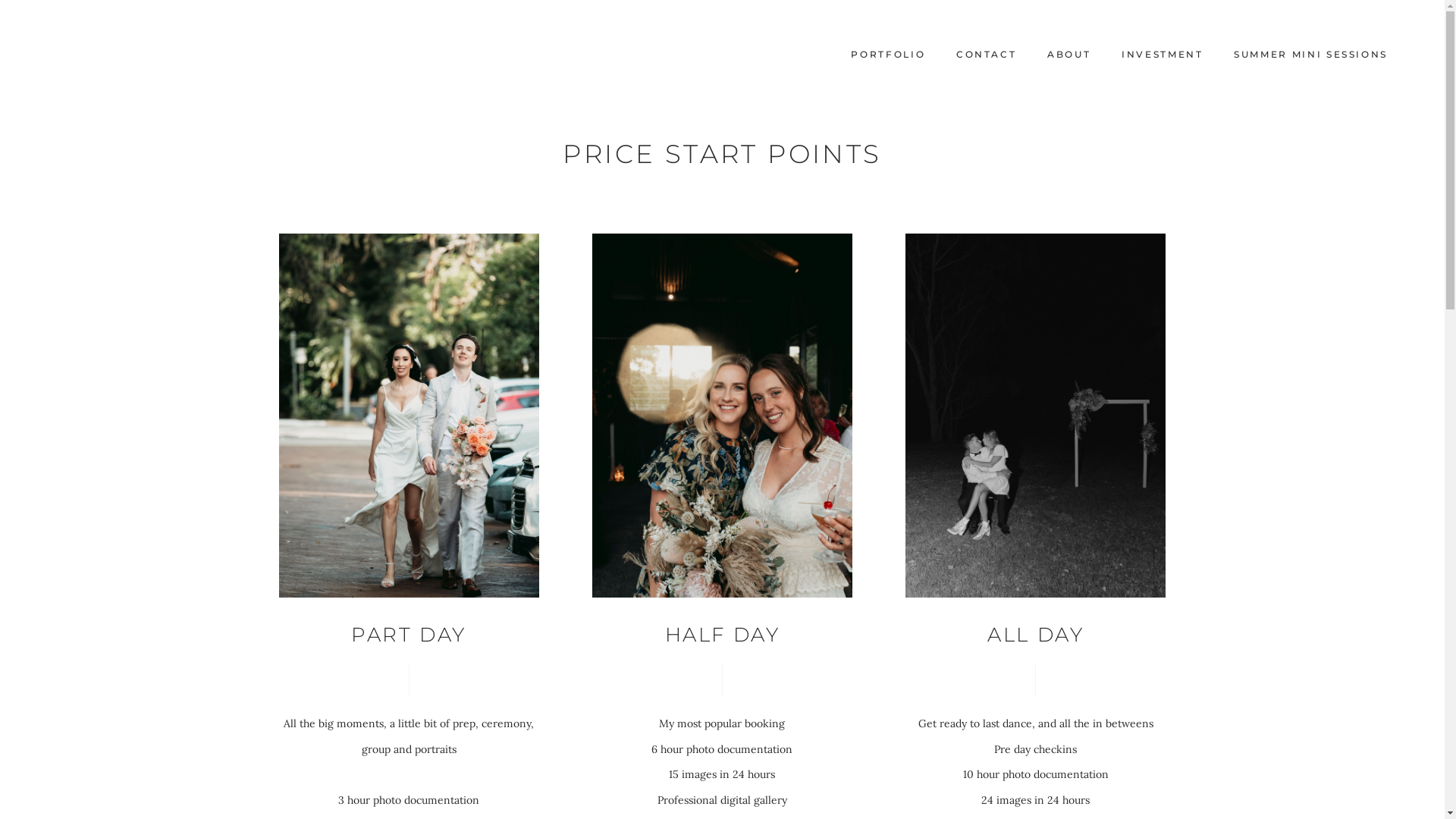 The width and height of the screenshot is (1456, 819). What do you see at coordinates (888, 54) in the screenshot?
I see `'PORTFOLIO'` at bounding box center [888, 54].